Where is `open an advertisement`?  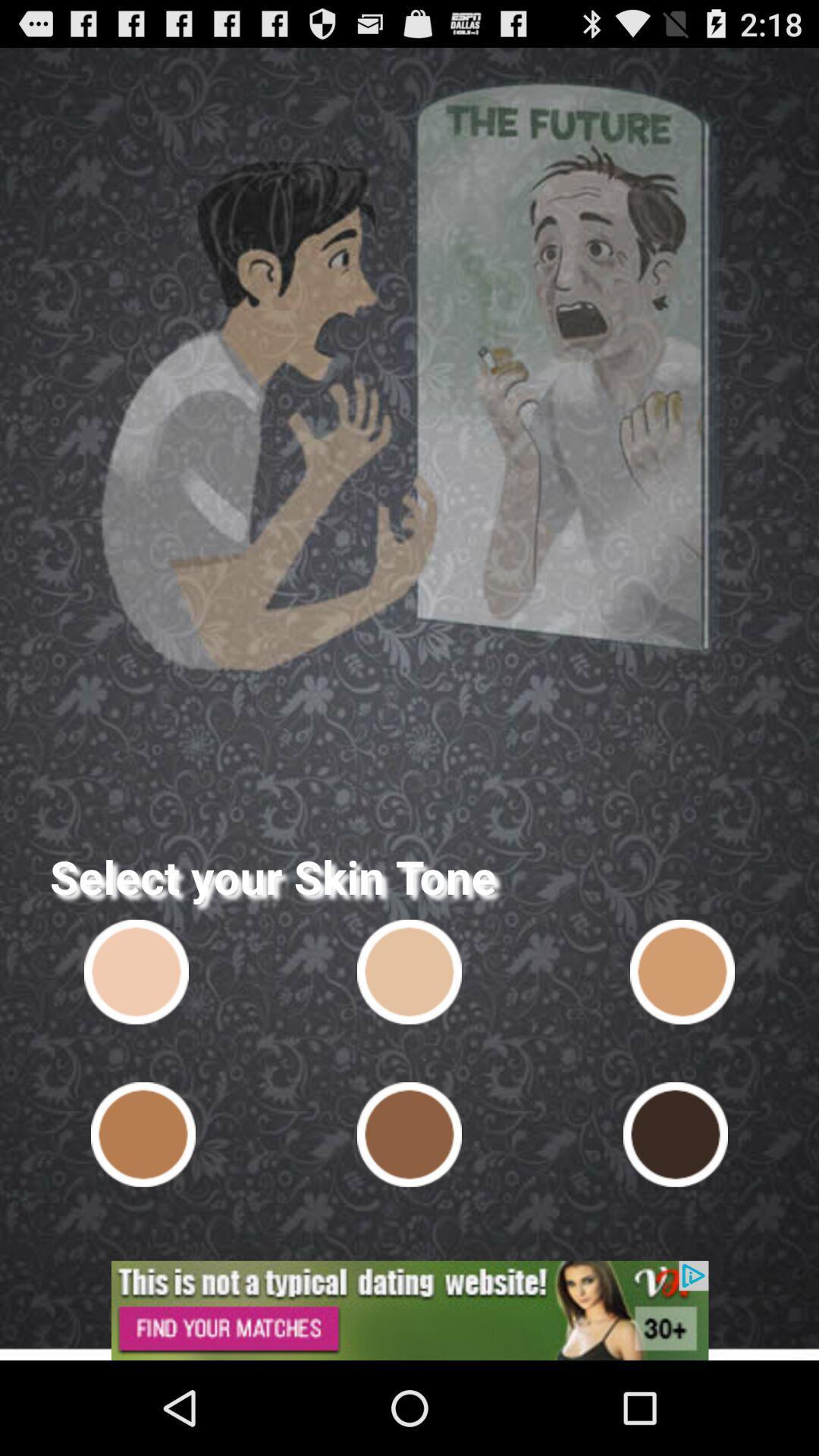
open an advertisement is located at coordinates (409, 1310).